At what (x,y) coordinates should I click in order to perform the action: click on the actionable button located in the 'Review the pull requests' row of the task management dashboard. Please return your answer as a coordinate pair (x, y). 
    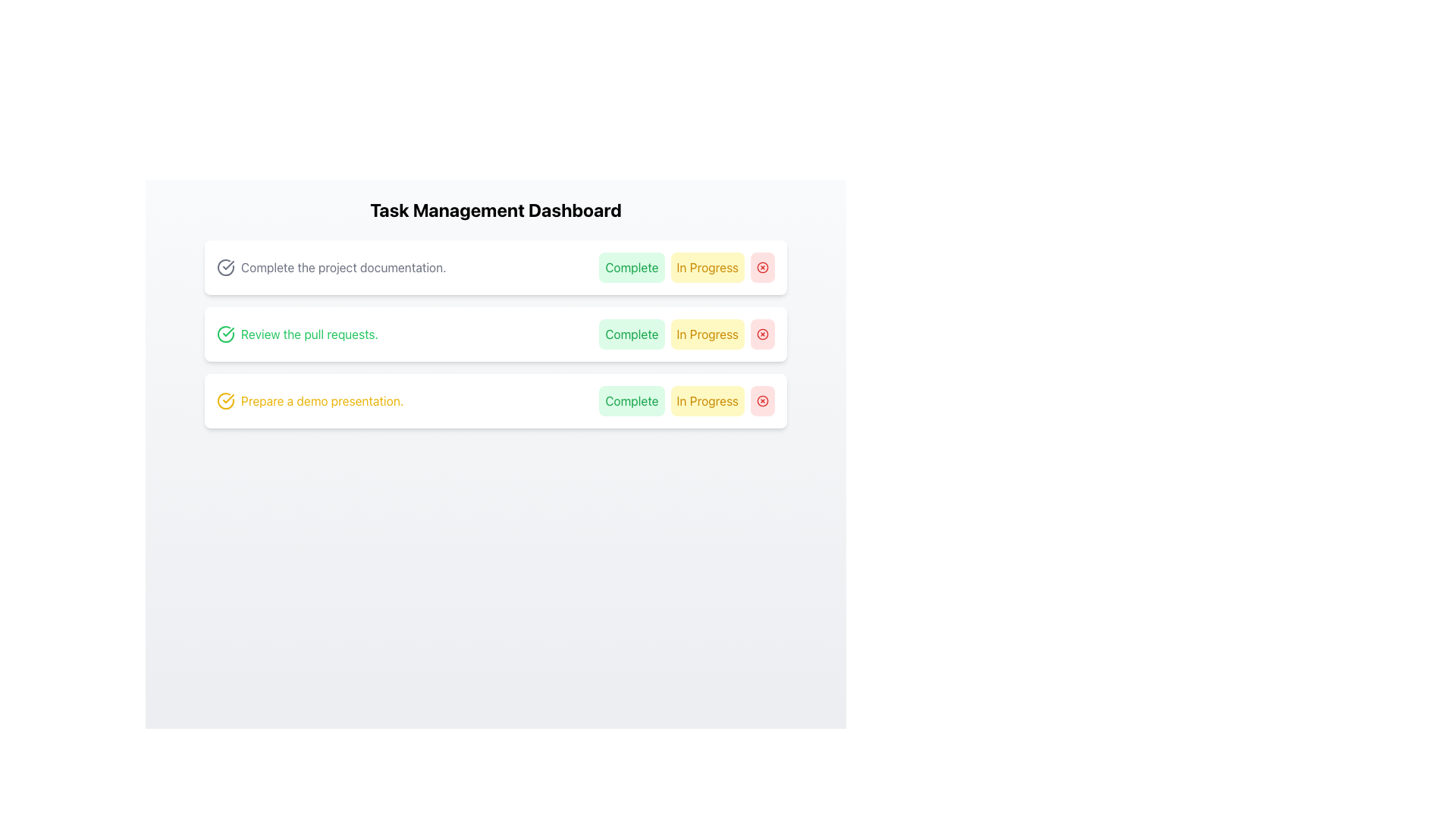
    Looking at the image, I should click on (763, 333).